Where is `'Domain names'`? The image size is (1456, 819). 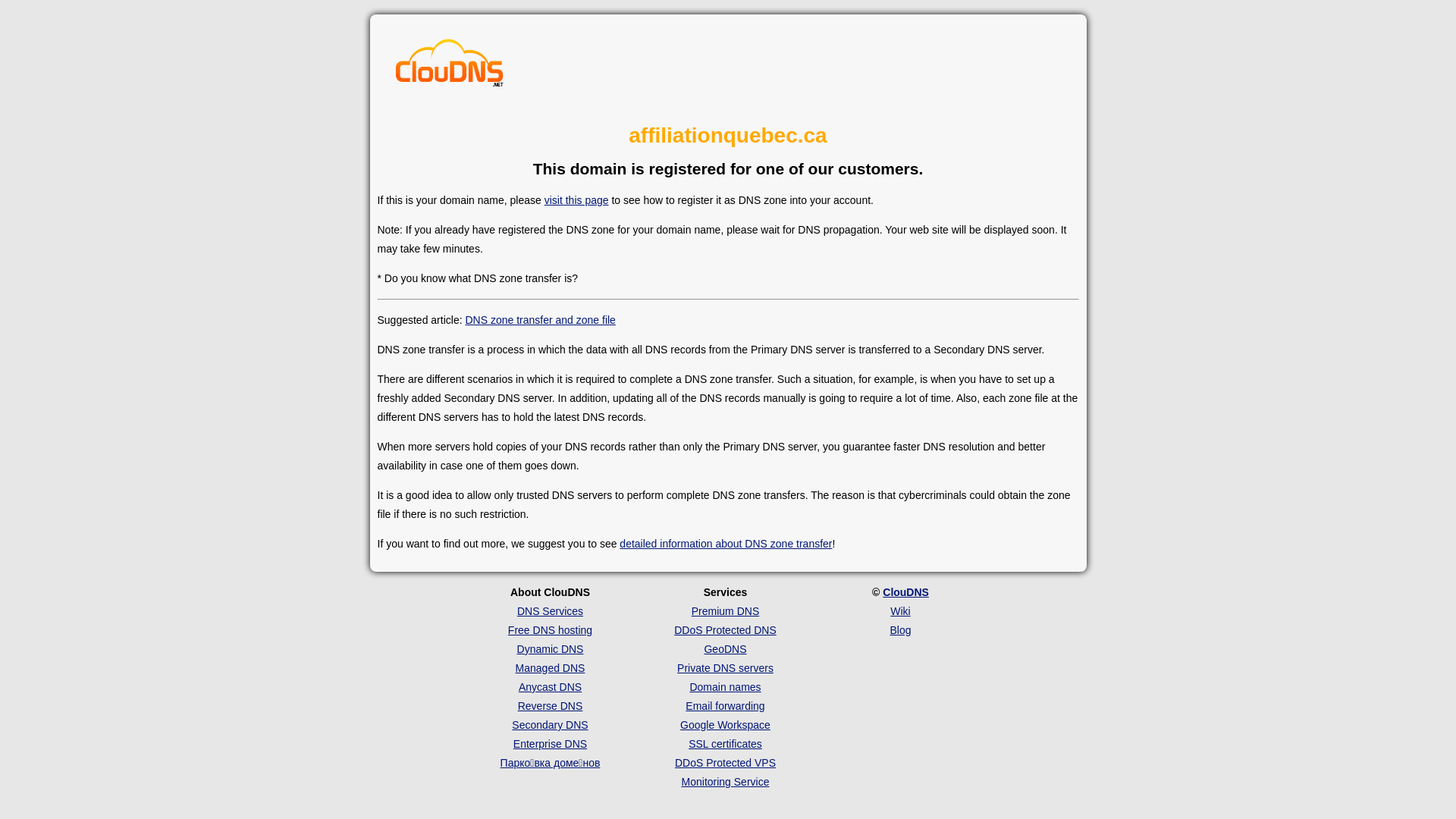
'Domain names' is located at coordinates (688, 687).